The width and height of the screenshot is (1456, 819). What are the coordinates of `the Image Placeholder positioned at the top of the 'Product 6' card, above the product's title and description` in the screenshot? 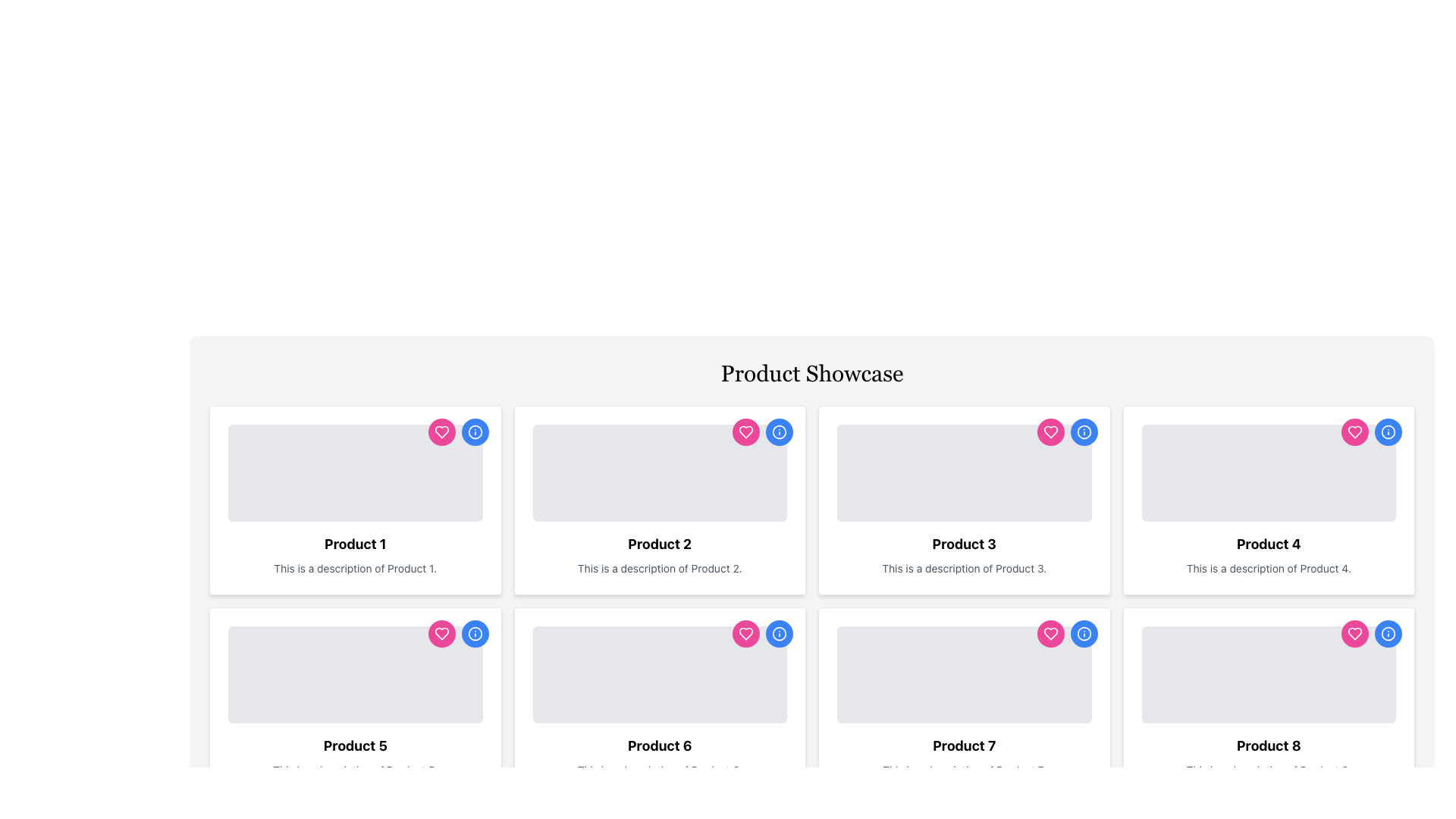 It's located at (660, 674).